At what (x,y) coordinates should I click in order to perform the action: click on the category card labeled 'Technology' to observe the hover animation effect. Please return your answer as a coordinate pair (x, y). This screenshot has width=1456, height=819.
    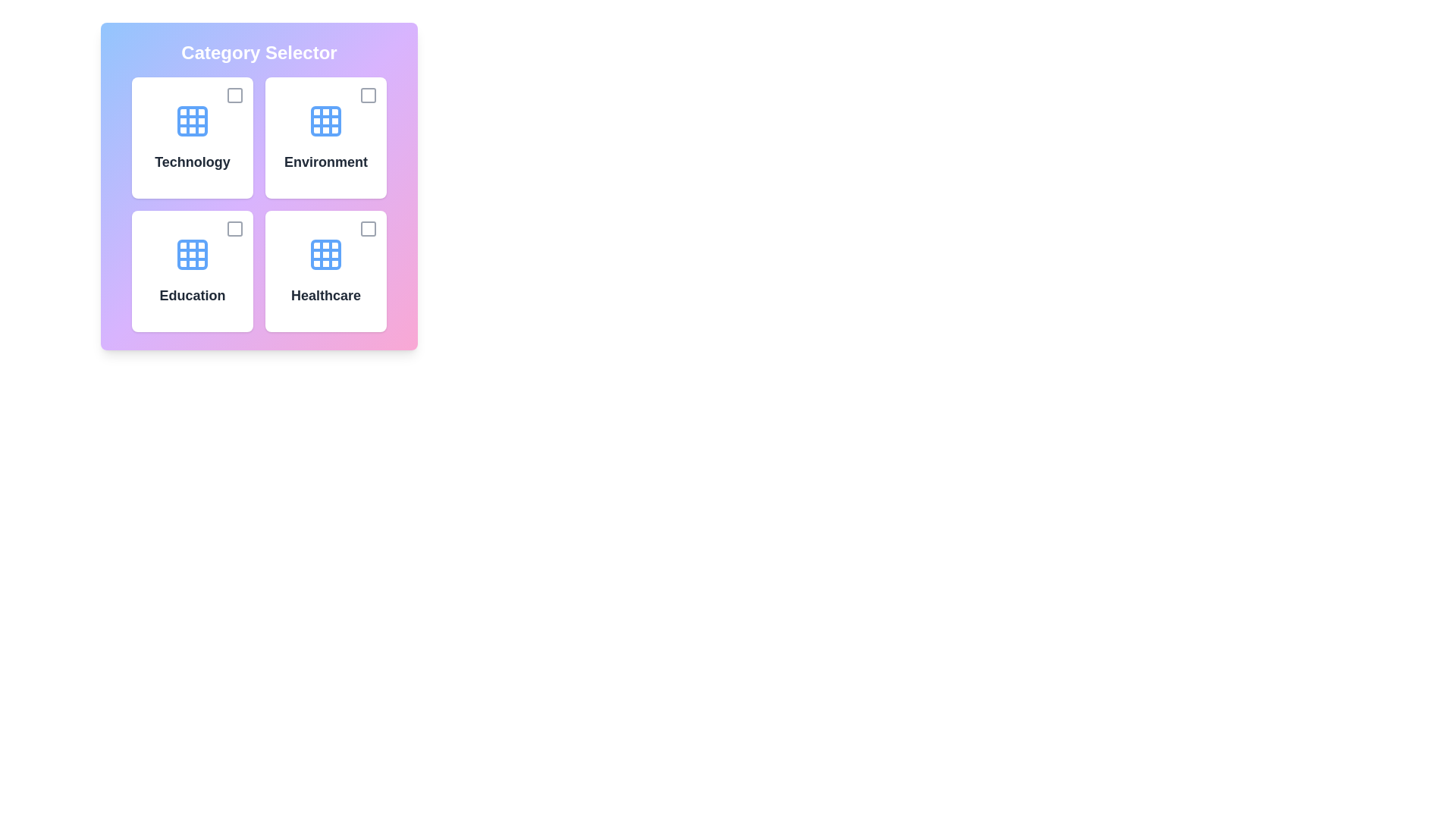
    Looking at the image, I should click on (192, 137).